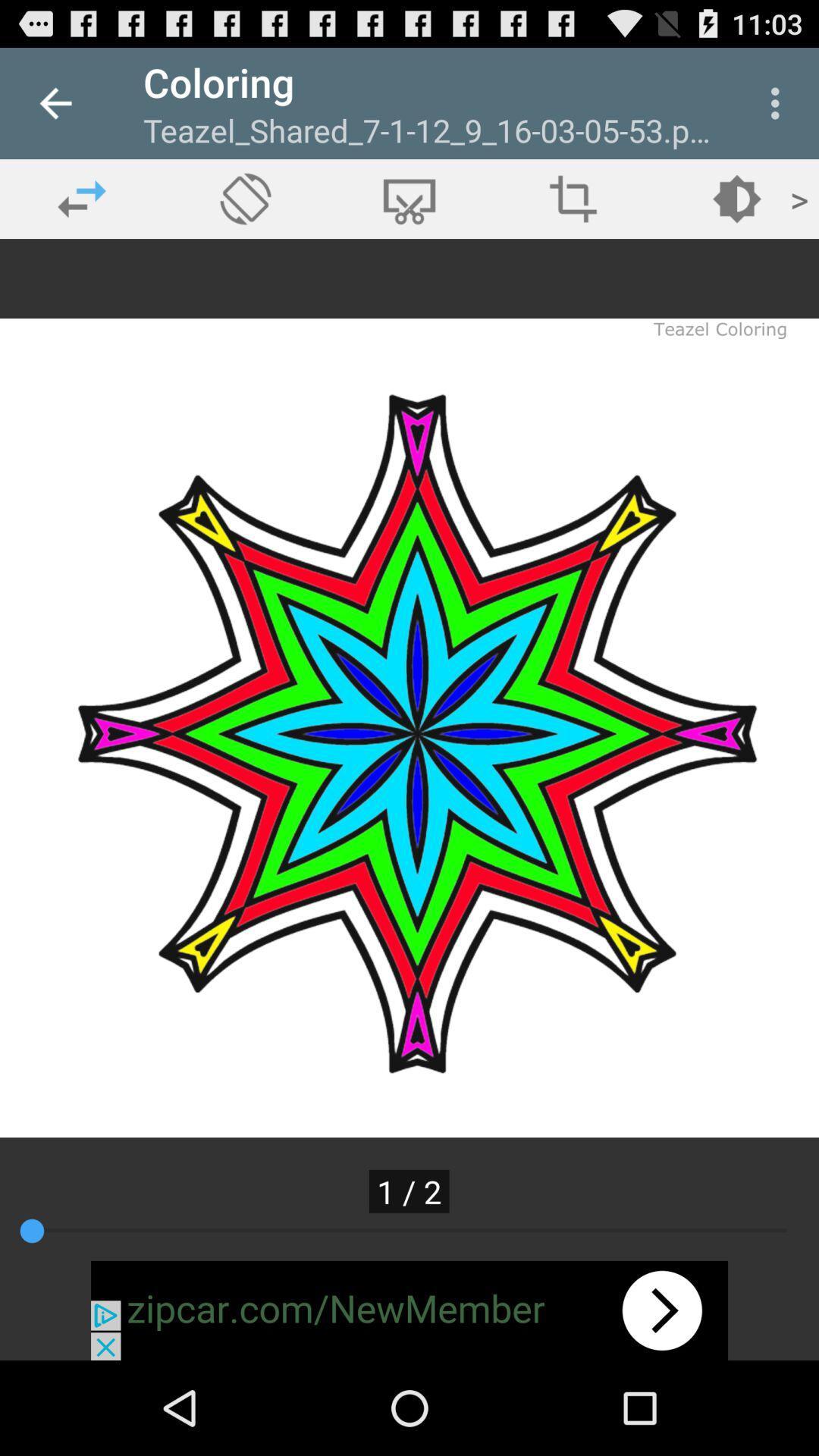 Image resolution: width=819 pixels, height=1456 pixels. Describe the element at coordinates (409, 1310) in the screenshot. I see `access advertisement` at that location.